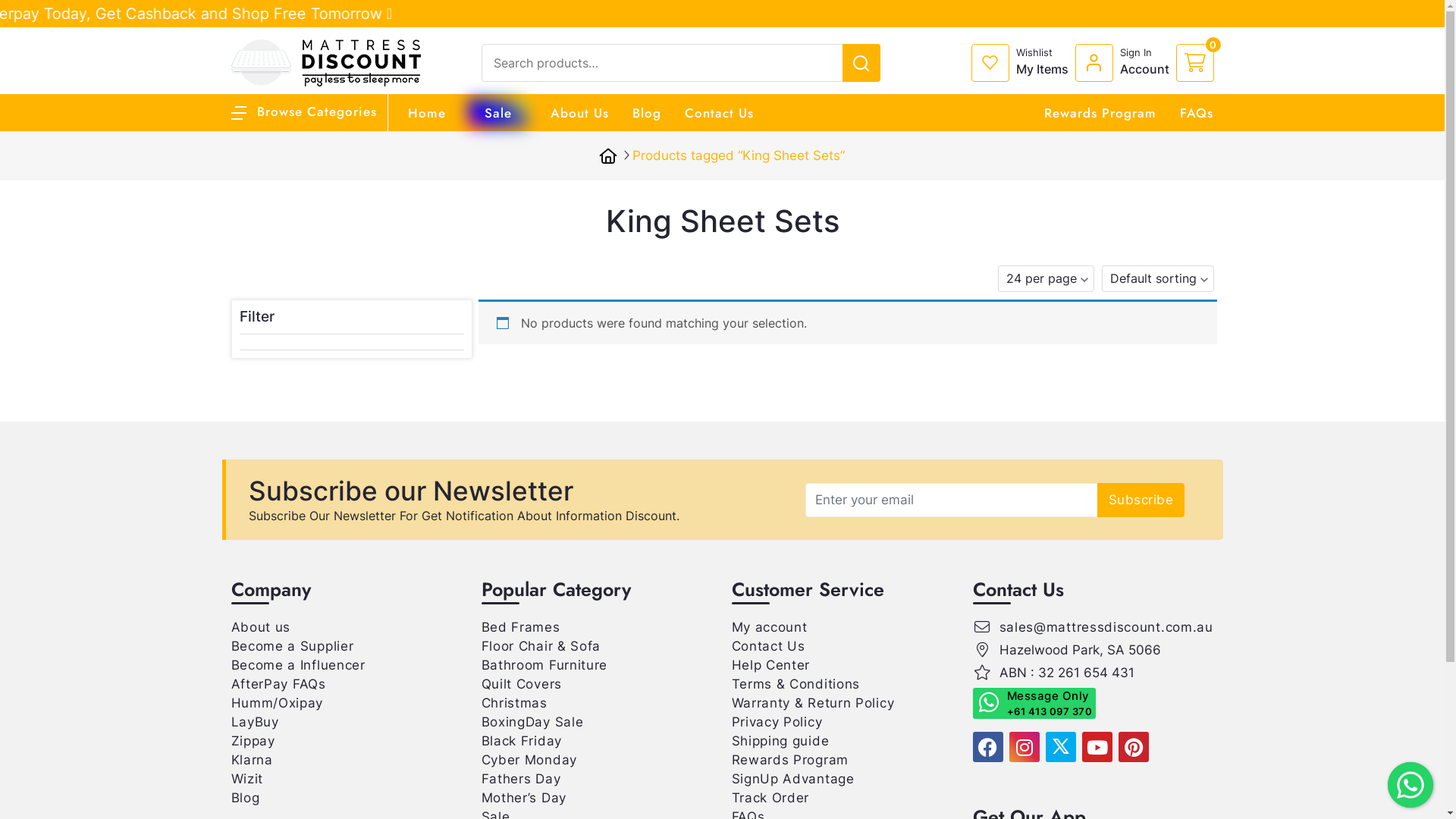  Describe the element at coordinates (632, 112) in the screenshot. I see `'Blog'` at that location.